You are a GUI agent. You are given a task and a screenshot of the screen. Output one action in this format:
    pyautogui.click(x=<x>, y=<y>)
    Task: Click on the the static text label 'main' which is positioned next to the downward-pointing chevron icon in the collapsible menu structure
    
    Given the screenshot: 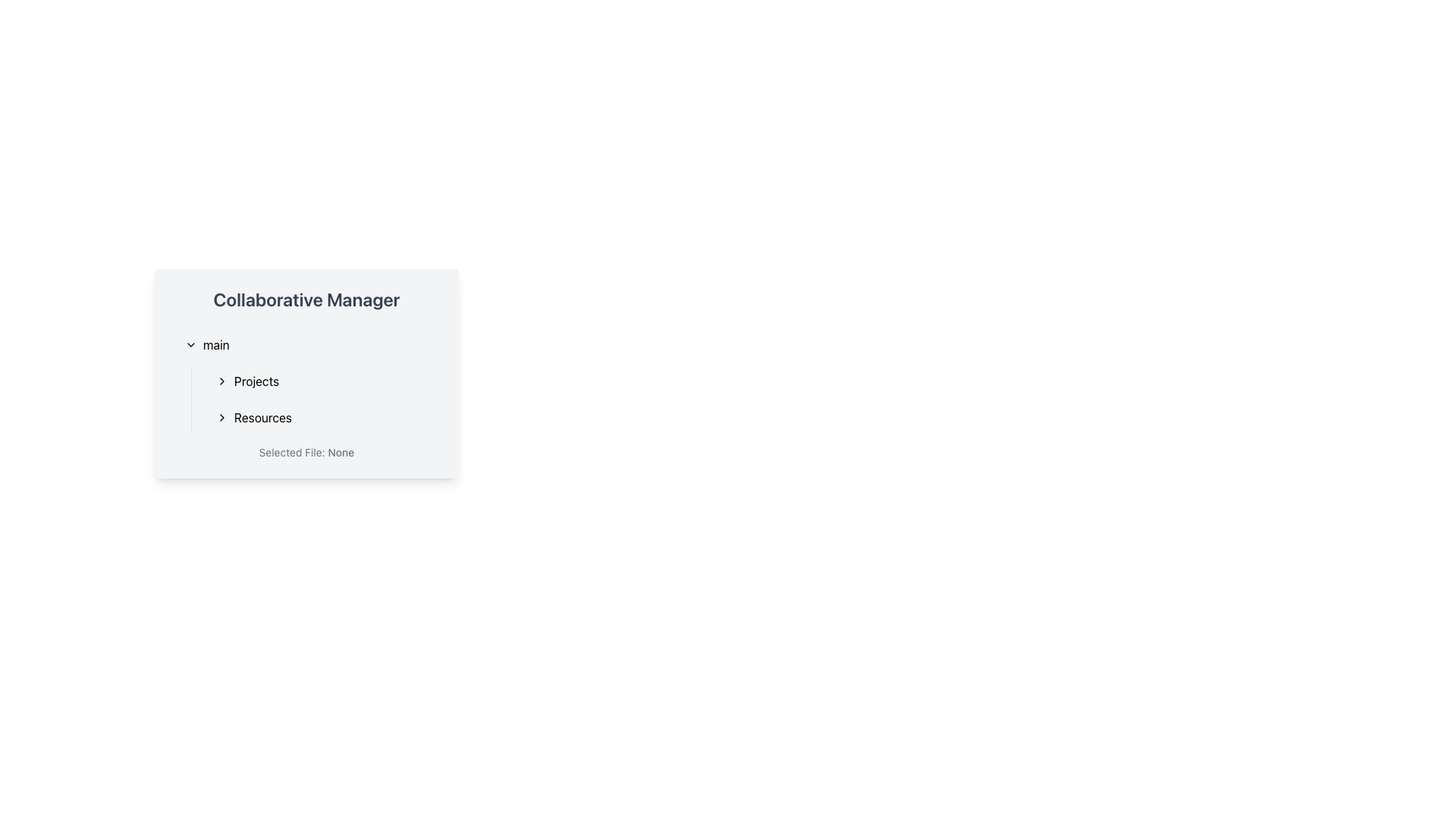 What is the action you would take?
    pyautogui.click(x=215, y=345)
    